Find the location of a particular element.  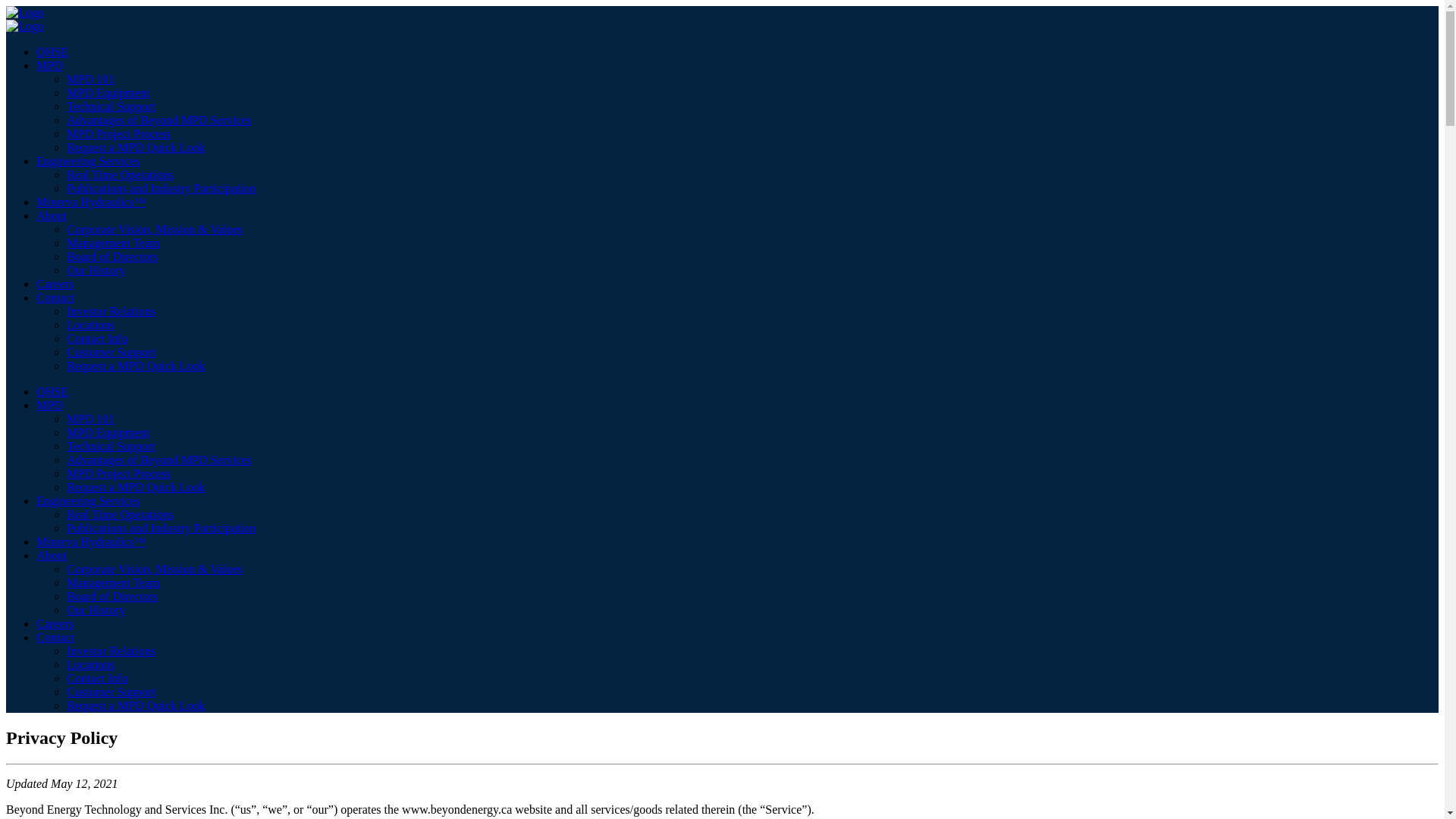

'MPD Equipment' is located at coordinates (107, 432).